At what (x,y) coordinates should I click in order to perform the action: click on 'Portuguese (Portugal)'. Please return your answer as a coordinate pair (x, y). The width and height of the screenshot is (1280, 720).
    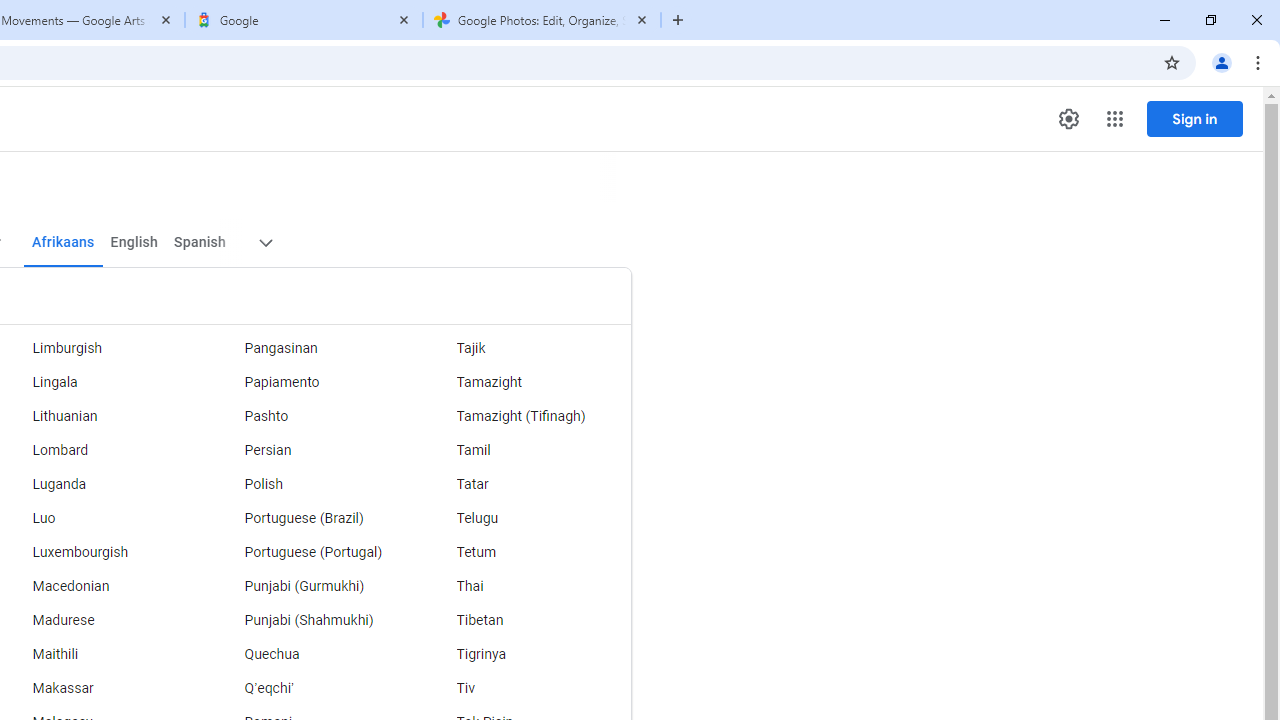
    Looking at the image, I should click on (311, 552).